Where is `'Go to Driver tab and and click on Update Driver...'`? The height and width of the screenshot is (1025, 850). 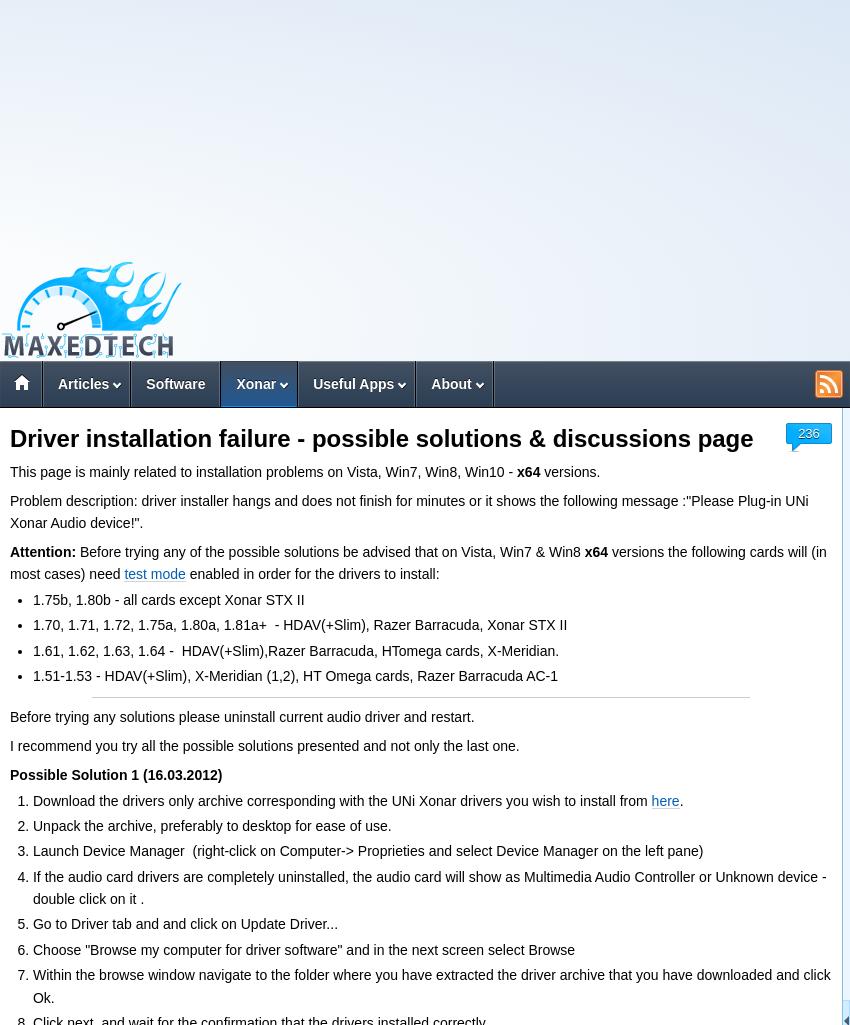
'Go to Driver tab and and click on Update Driver...' is located at coordinates (30, 923).